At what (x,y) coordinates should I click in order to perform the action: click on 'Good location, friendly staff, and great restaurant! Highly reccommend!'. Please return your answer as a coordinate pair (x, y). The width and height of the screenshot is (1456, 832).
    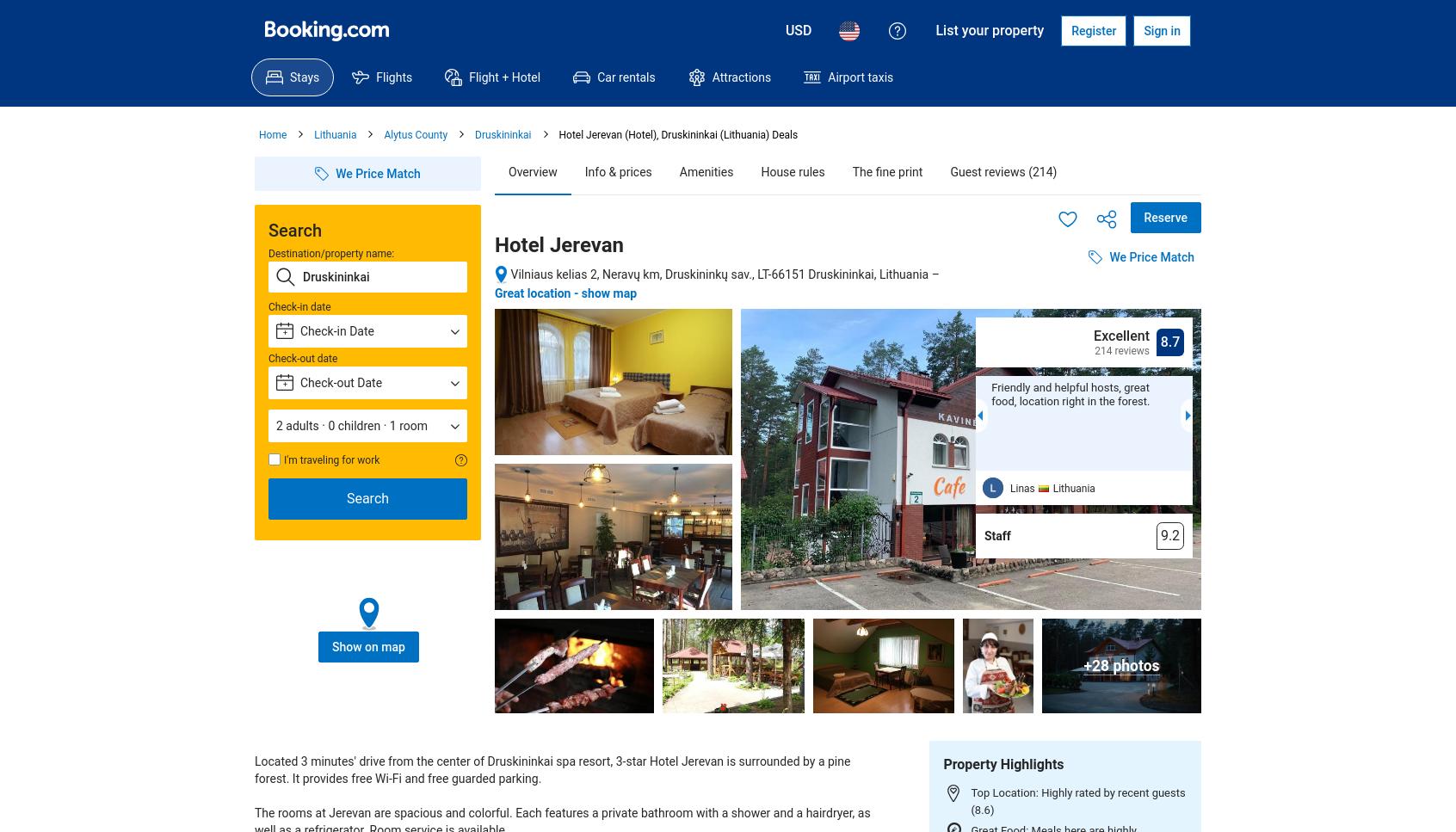
    Looking at the image, I should click on (1288, 400).